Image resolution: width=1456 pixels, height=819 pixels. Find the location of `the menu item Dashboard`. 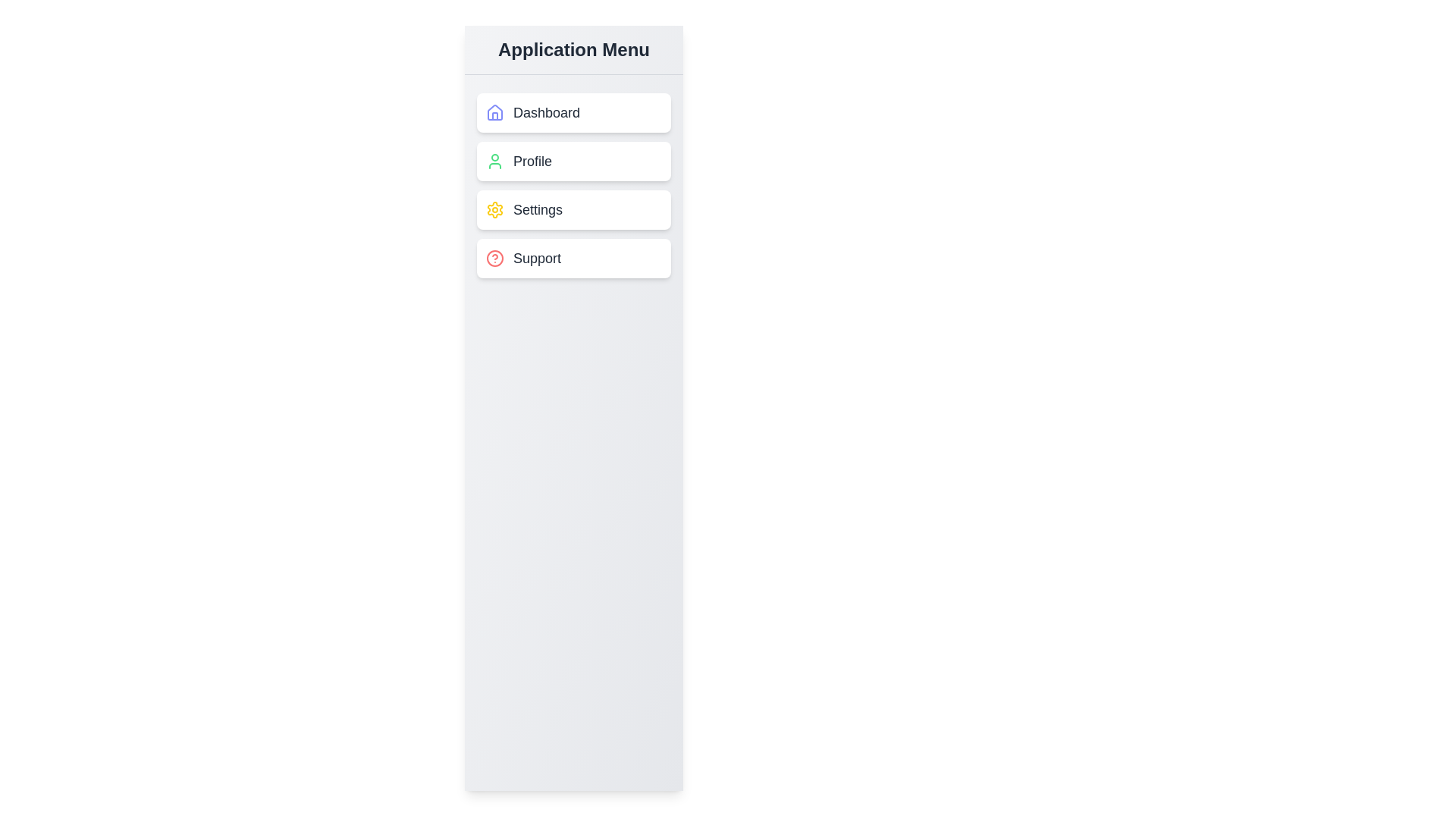

the menu item Dashboard is located at coordinates (573, 112).